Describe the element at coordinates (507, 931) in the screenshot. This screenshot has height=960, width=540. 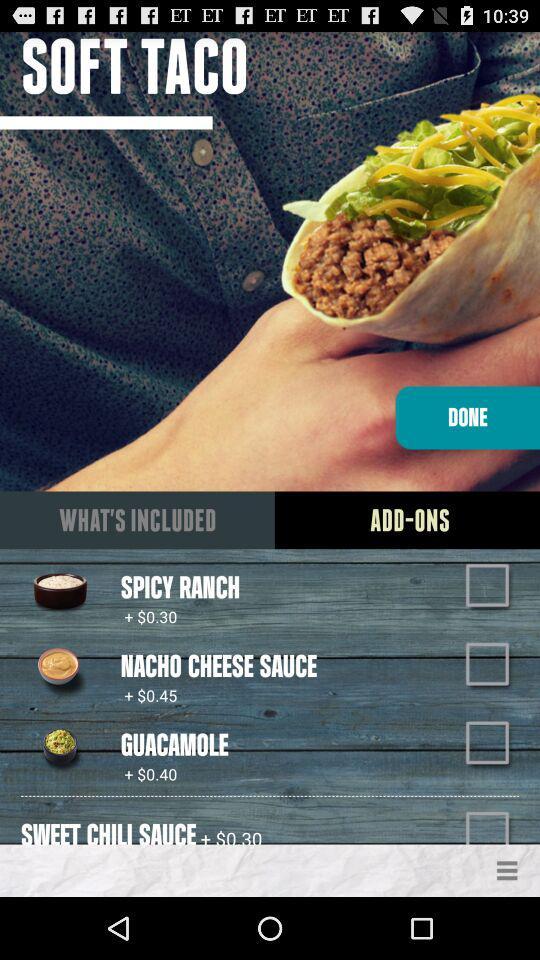
I see `the menu icon` at that location.